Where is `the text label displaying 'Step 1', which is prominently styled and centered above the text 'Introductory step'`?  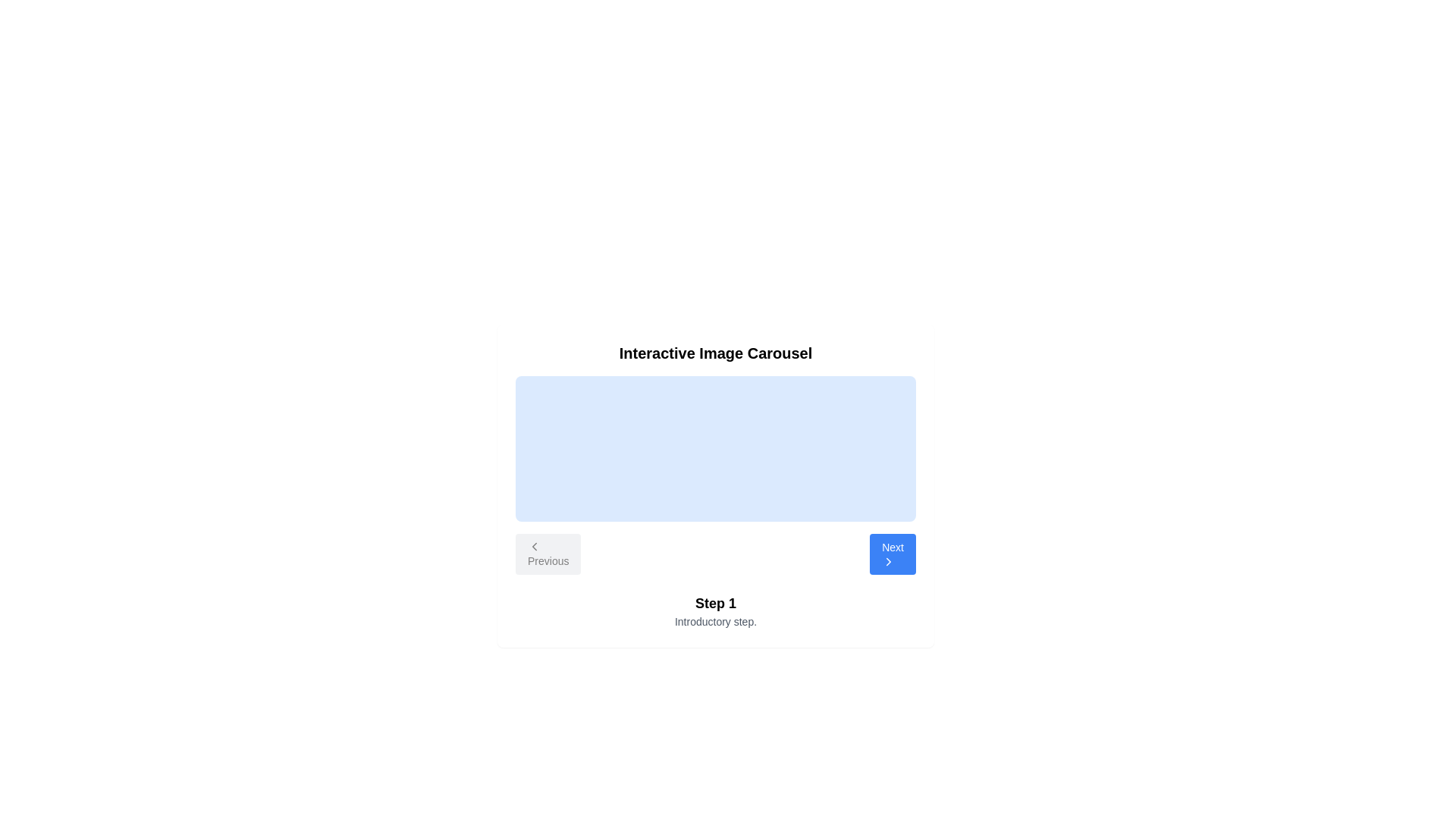
the text label displaying 'Step 1', which is prominently styled and centered above the text 'Introductory step' is located at coordinates (715, 602).